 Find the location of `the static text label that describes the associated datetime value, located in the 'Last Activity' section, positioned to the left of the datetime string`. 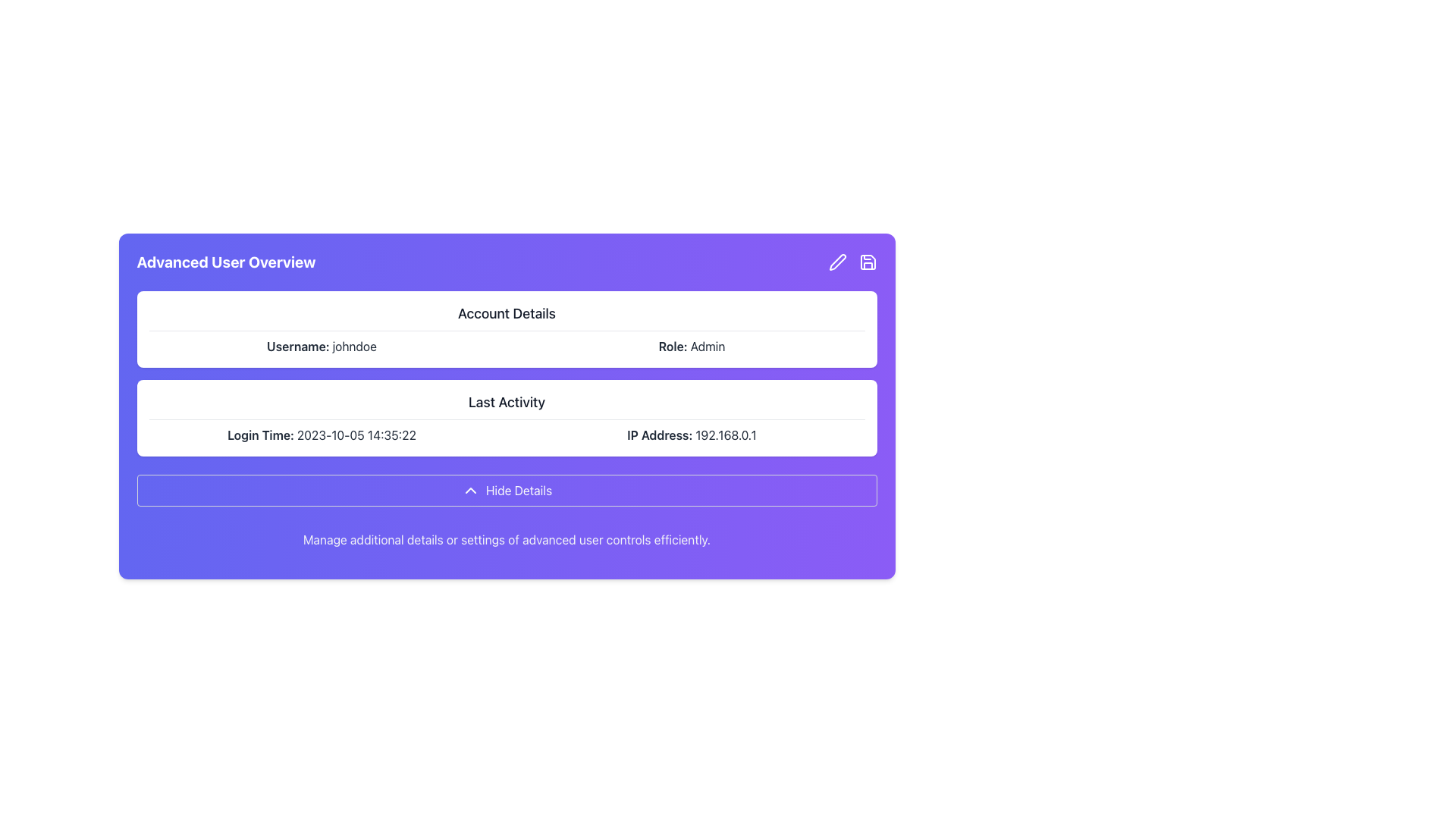

the static text label that describes the associated datetime value, located in the 'Last Activity' section, positioned to the left of the datetime string is located at coordinates (262, 435).